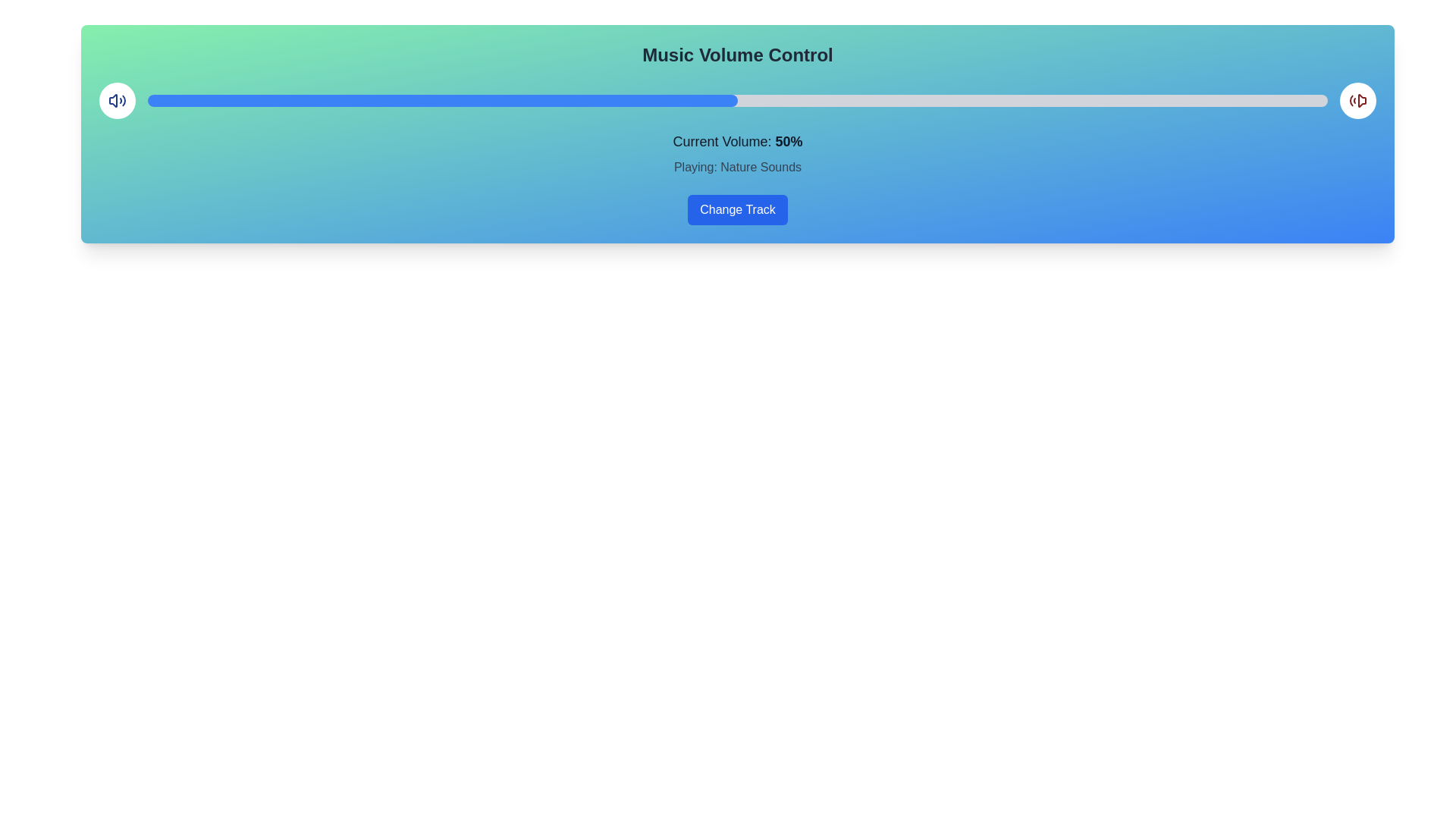 This screenshot has height=819, width=1456. Describe the element at coordinates (789, 141) in the screenshot. I see `the label displaying '50%' in bold black font on a light blue background, located to the right of 'Current Volume:' and slightly below the progress bar` at that location.